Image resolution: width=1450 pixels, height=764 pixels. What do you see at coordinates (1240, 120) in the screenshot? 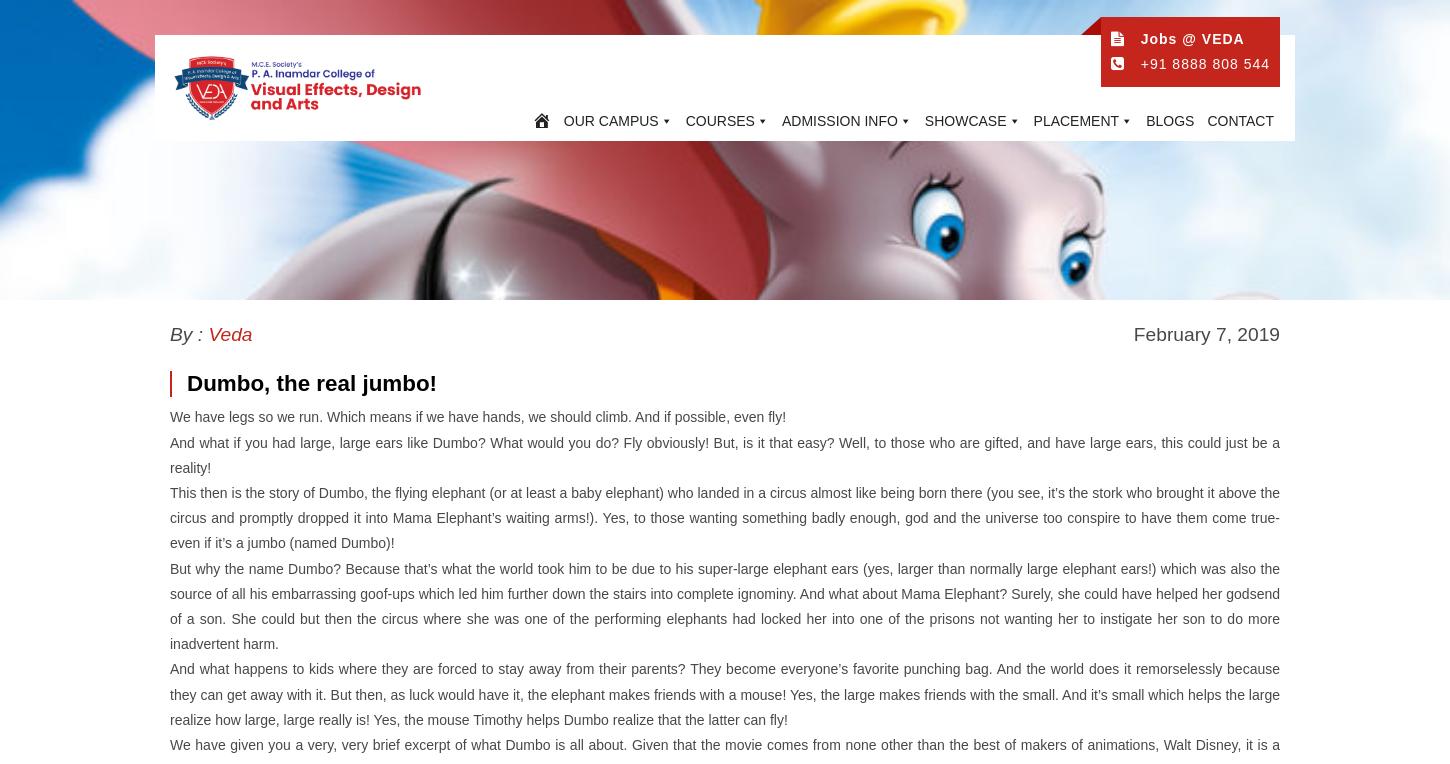
I see `'CONTACT'` at bounding box center [1240, 120].